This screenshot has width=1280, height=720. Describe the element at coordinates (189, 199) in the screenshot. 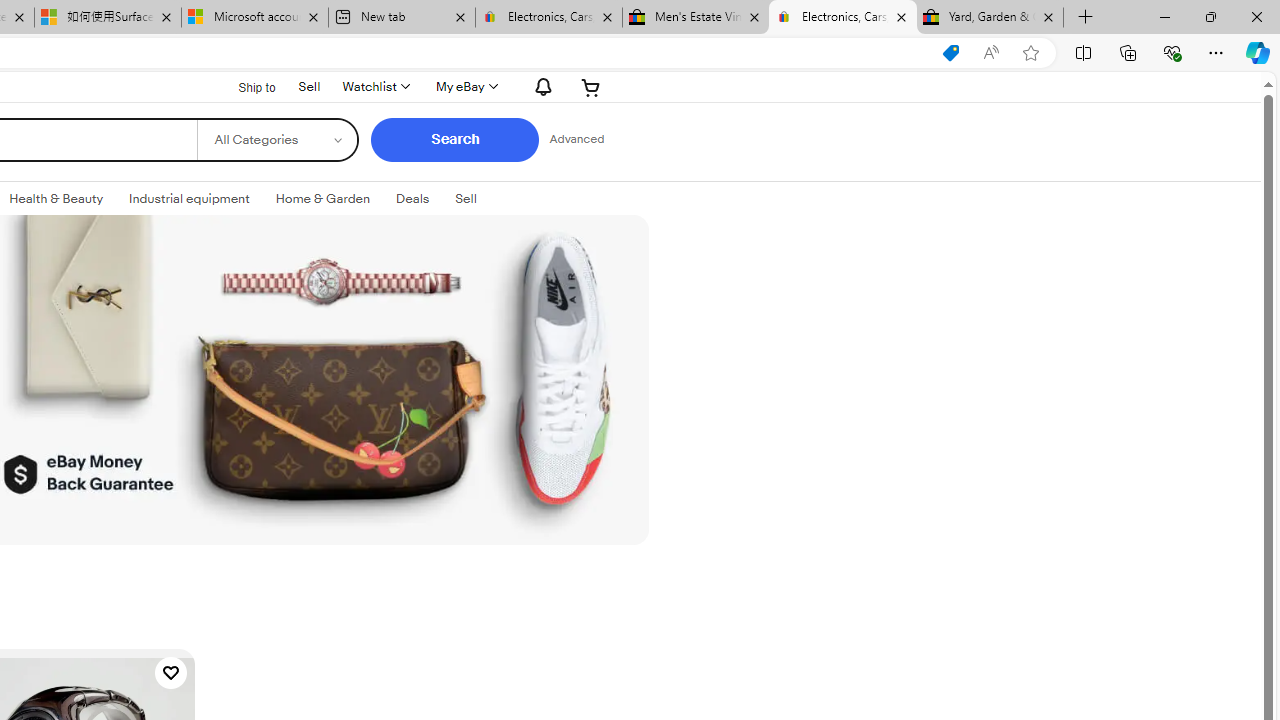

I see `'Industrial equipmentExpand: Industrial equipment'` at that location.